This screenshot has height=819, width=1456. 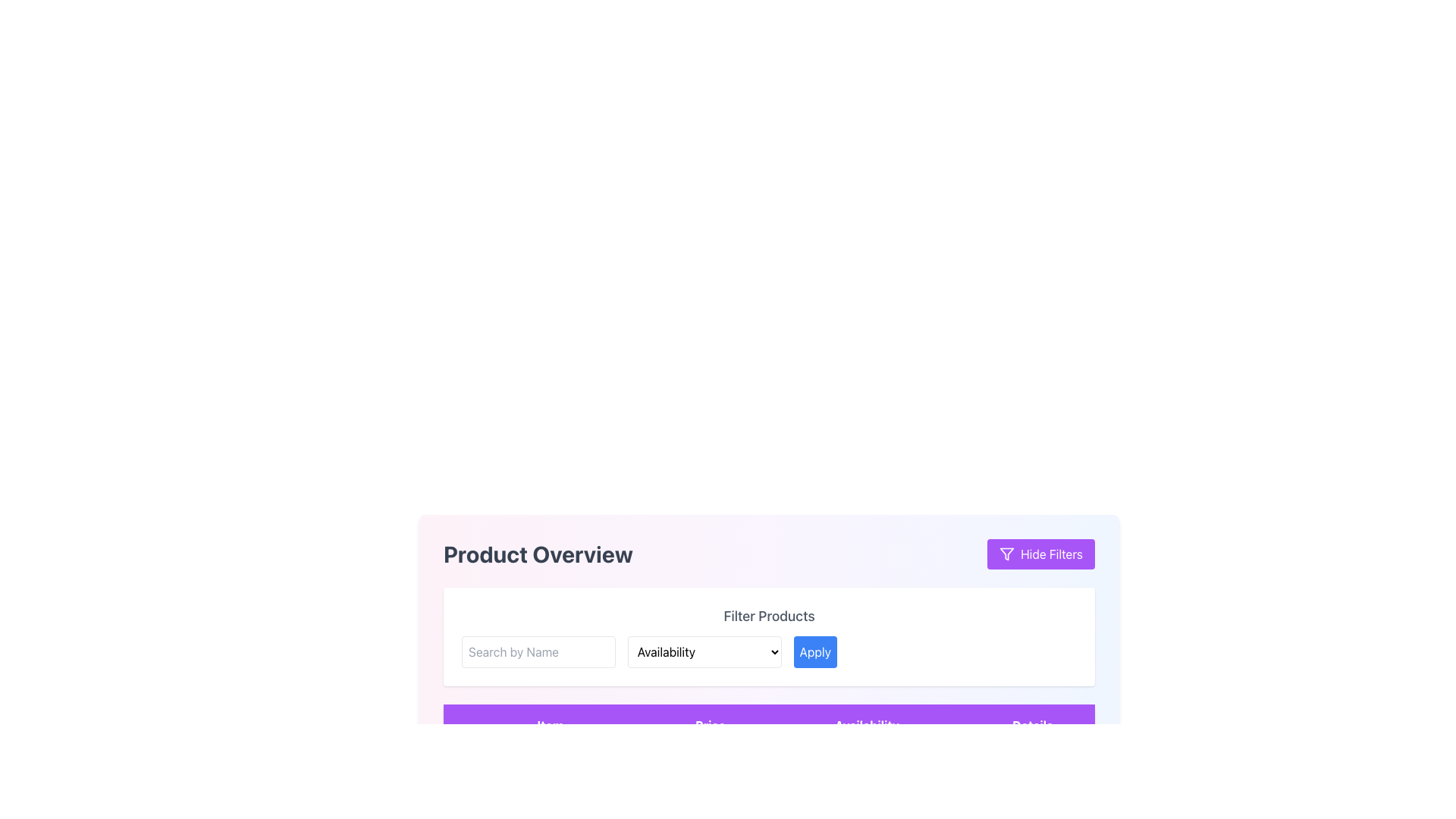 What do you see at coordinates (1040, 554) in the screenshot?
I see `the rectangular button with a purple background and white text that reads 'Hide Filters'` at bounding box center [1040, 554].